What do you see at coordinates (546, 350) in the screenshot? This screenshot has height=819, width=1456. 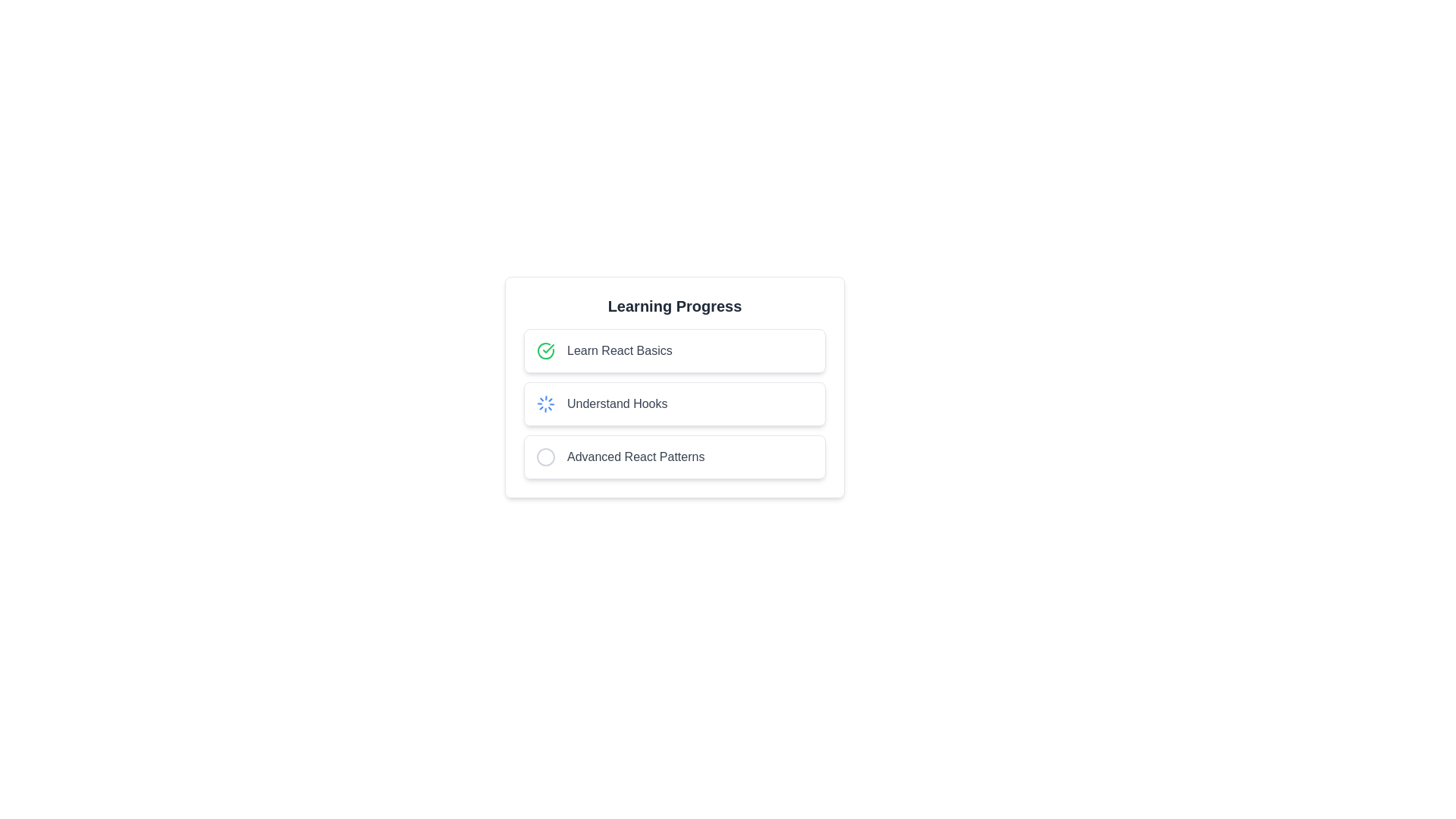 I see `the decorative checkmark icon indicating the completion of the 'Learn React Basics' item in the 'Learning Progress' section` at bounding box center [546, 350].